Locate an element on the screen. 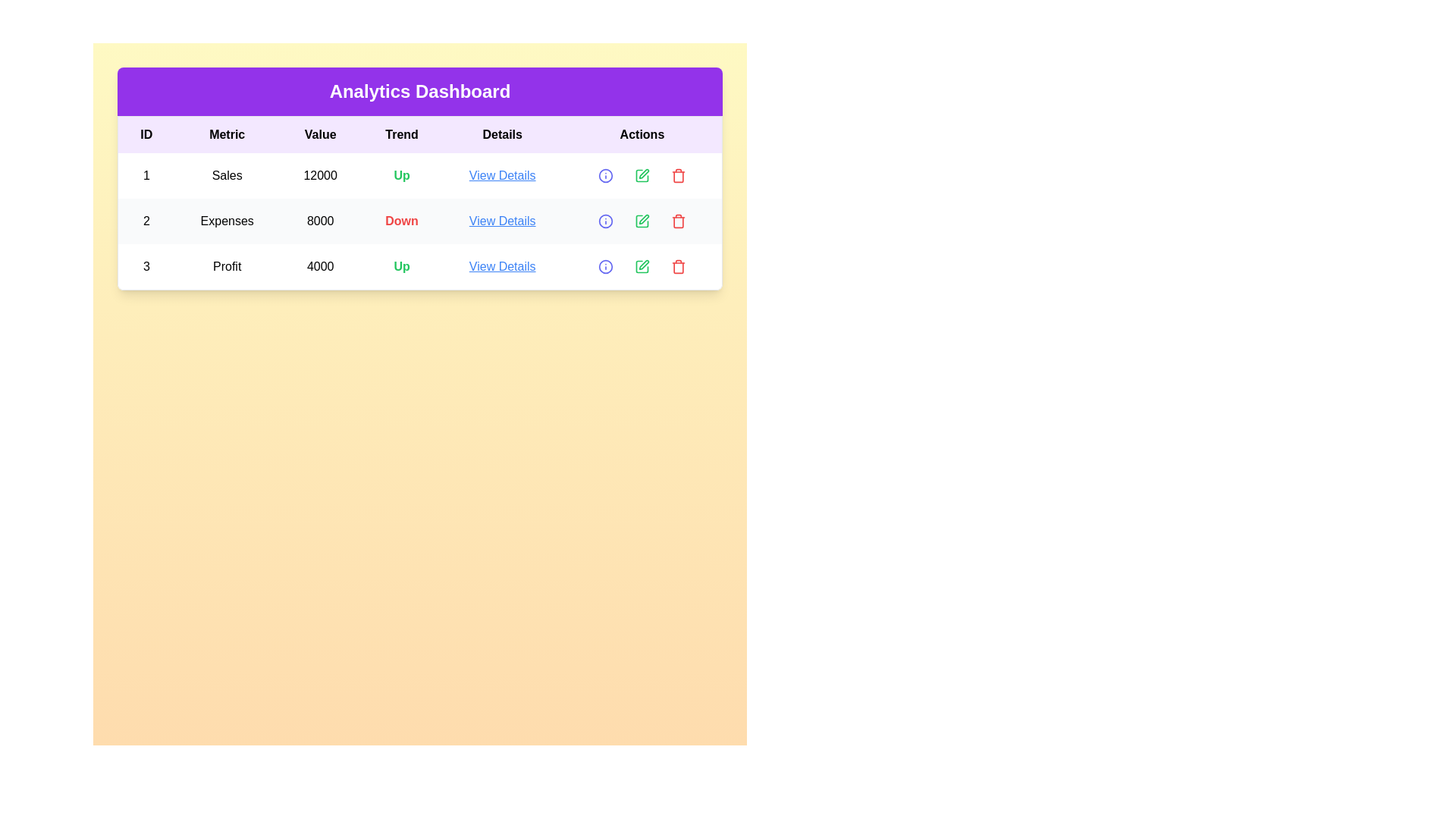  the delete icon button in the Actions column of the table that corresponds to the Profit data, located in the third row is located at coordinates (677, 265).